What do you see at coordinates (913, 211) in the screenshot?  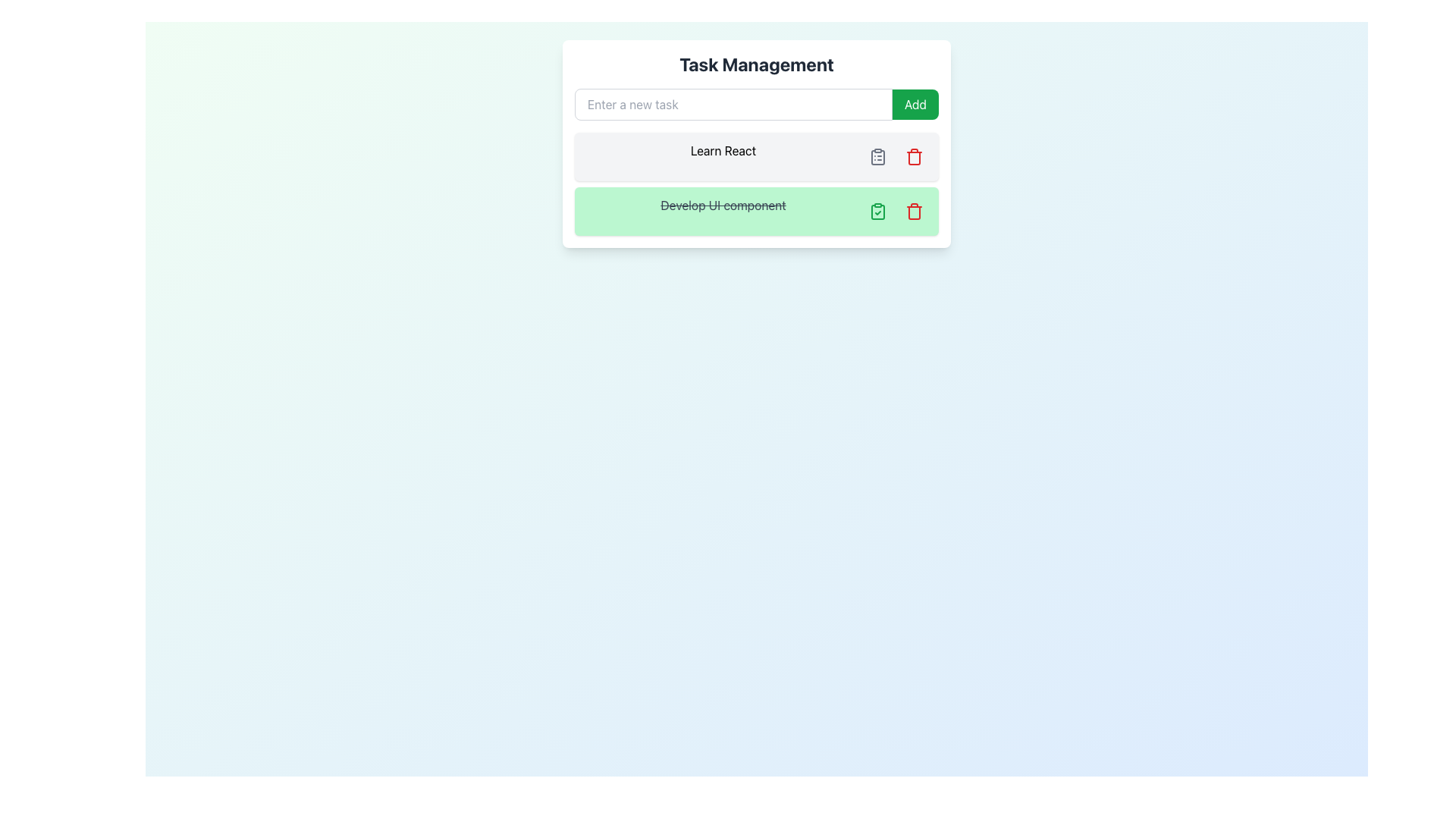 I see `the delete button located in the lower right corner of the task item labeled 'Develop UI component', which is the third icon in the row of interaction controls` at bounding box center [913, 211].